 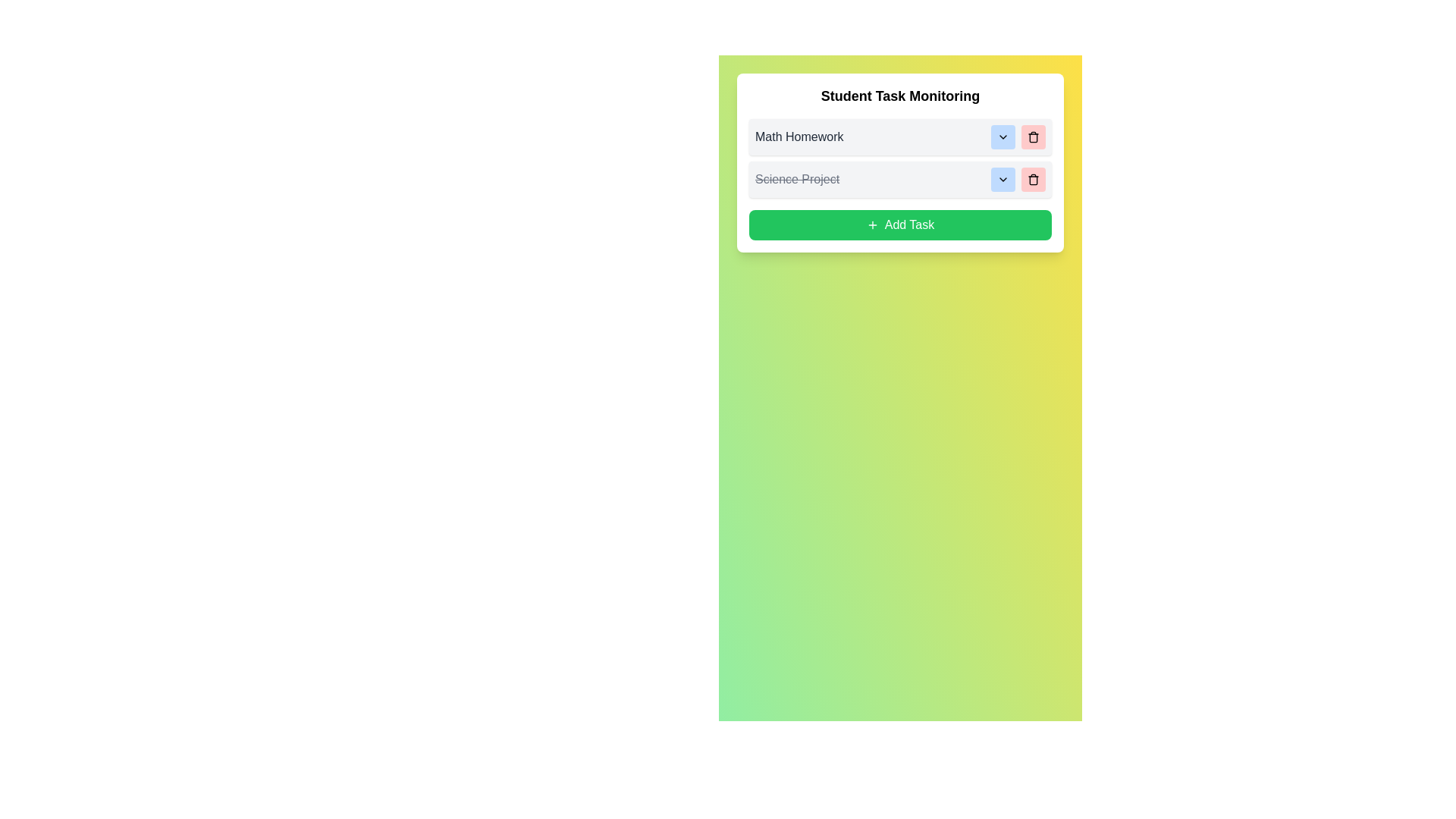 I want to click on the 'Math Homework' text label which is displayed in a darker gray color and is located in the upper portion of the card-like section under the header 'Student Task Monitoring', so click(x=799, y=137).